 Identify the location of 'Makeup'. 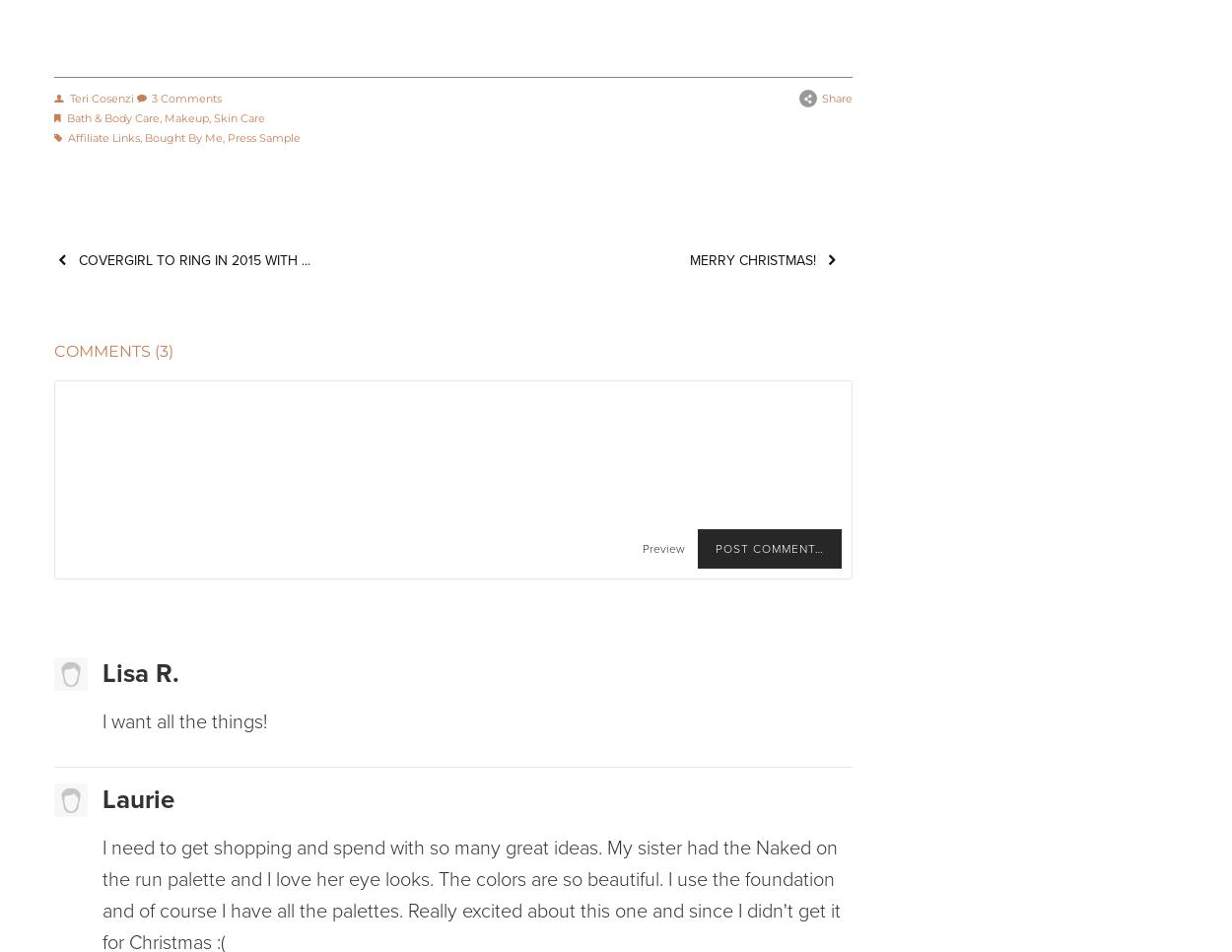
(164, 117).